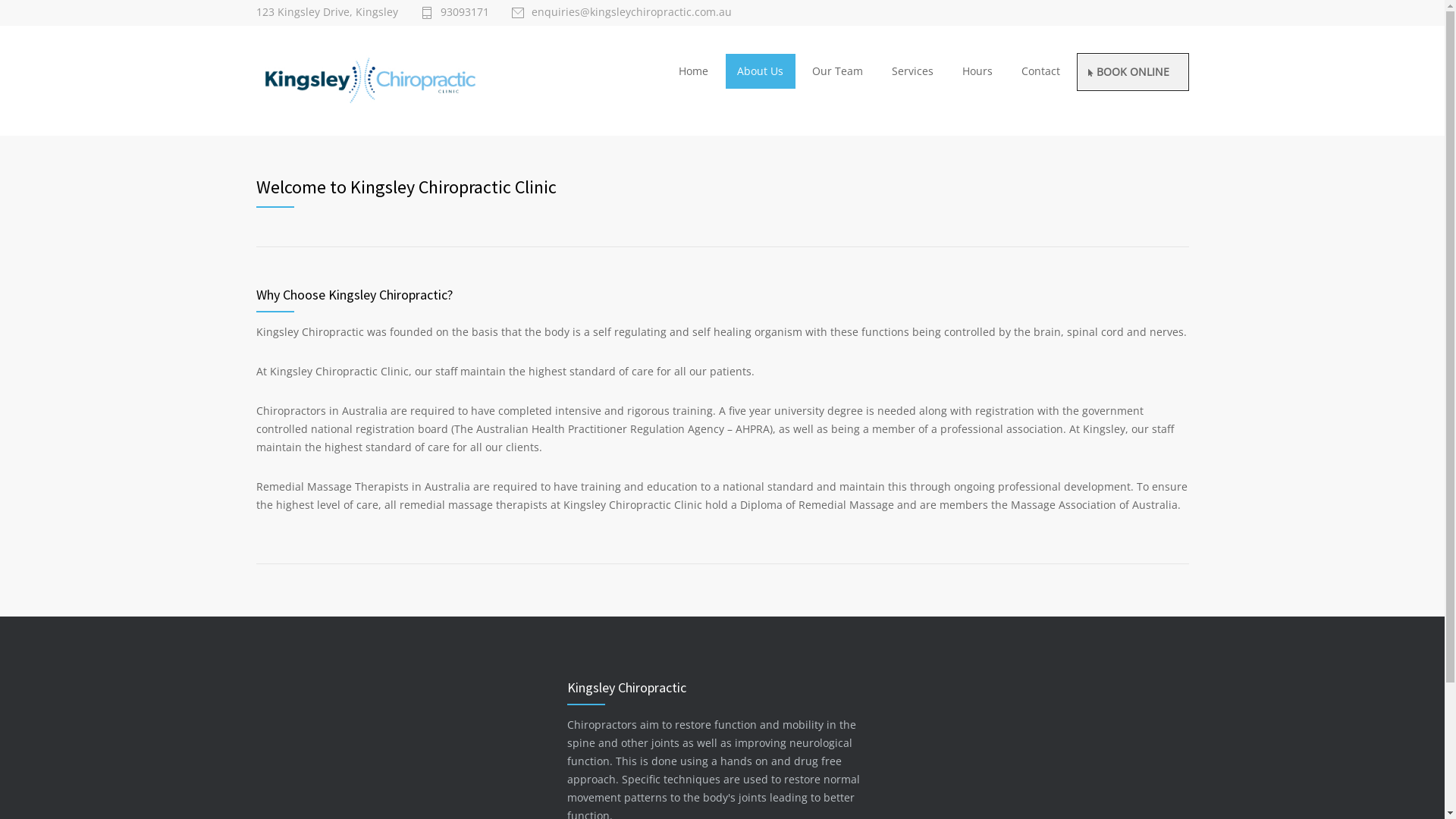  What do you see at coordinates (453, 12) in the screenshot?
I see `'93093171'` at bounding box center [453, 12].